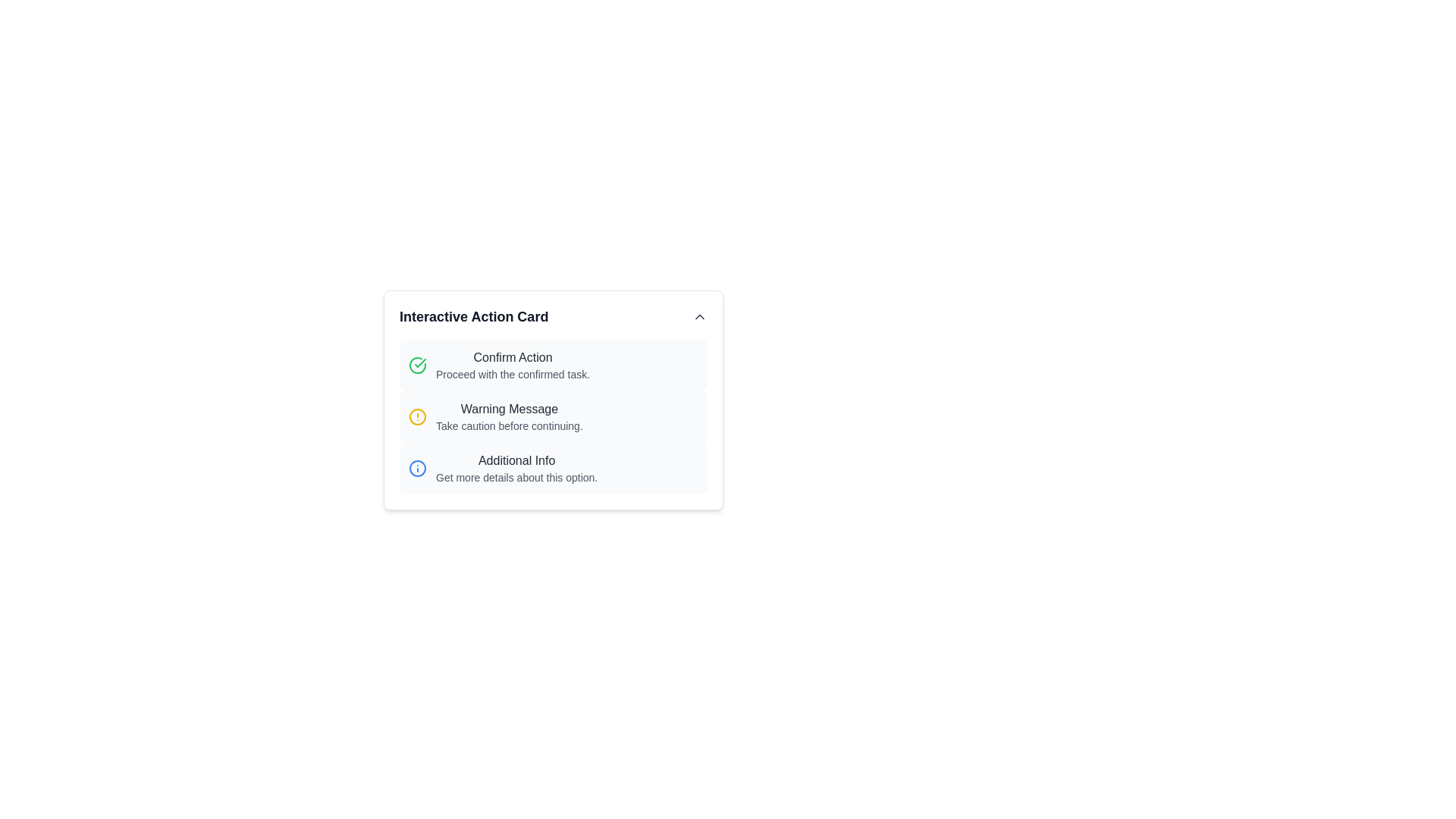  What do you see at coordinates (552, 400) in the screenshot?
I see `the warning message located in the second action section of the Card-based Action Interface, which is positioned between the 'Confirm Action' and 'Additional Info' actions` at bounding box center [552, 400].